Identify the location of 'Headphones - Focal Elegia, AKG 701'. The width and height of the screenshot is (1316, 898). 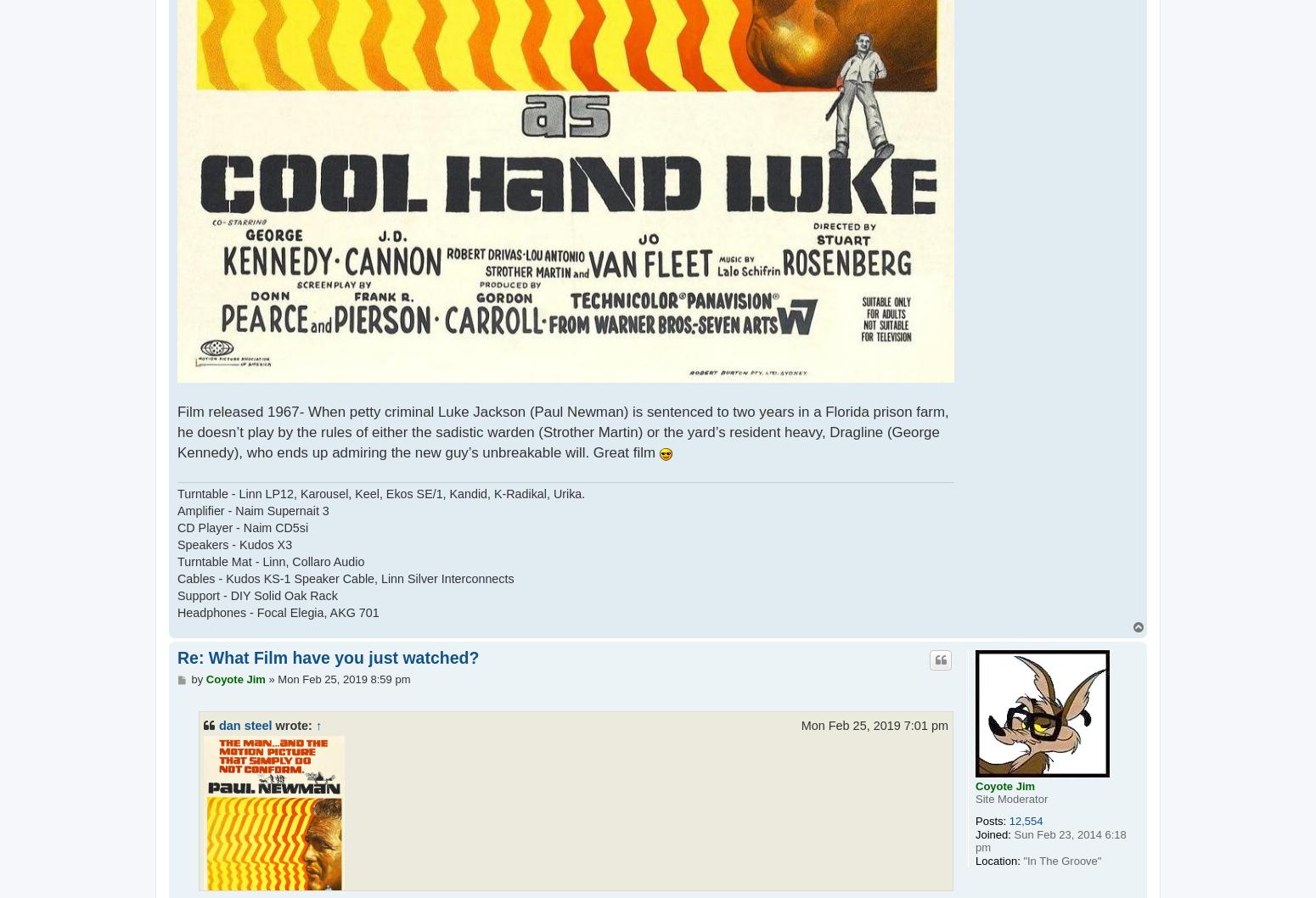
(277, 612).